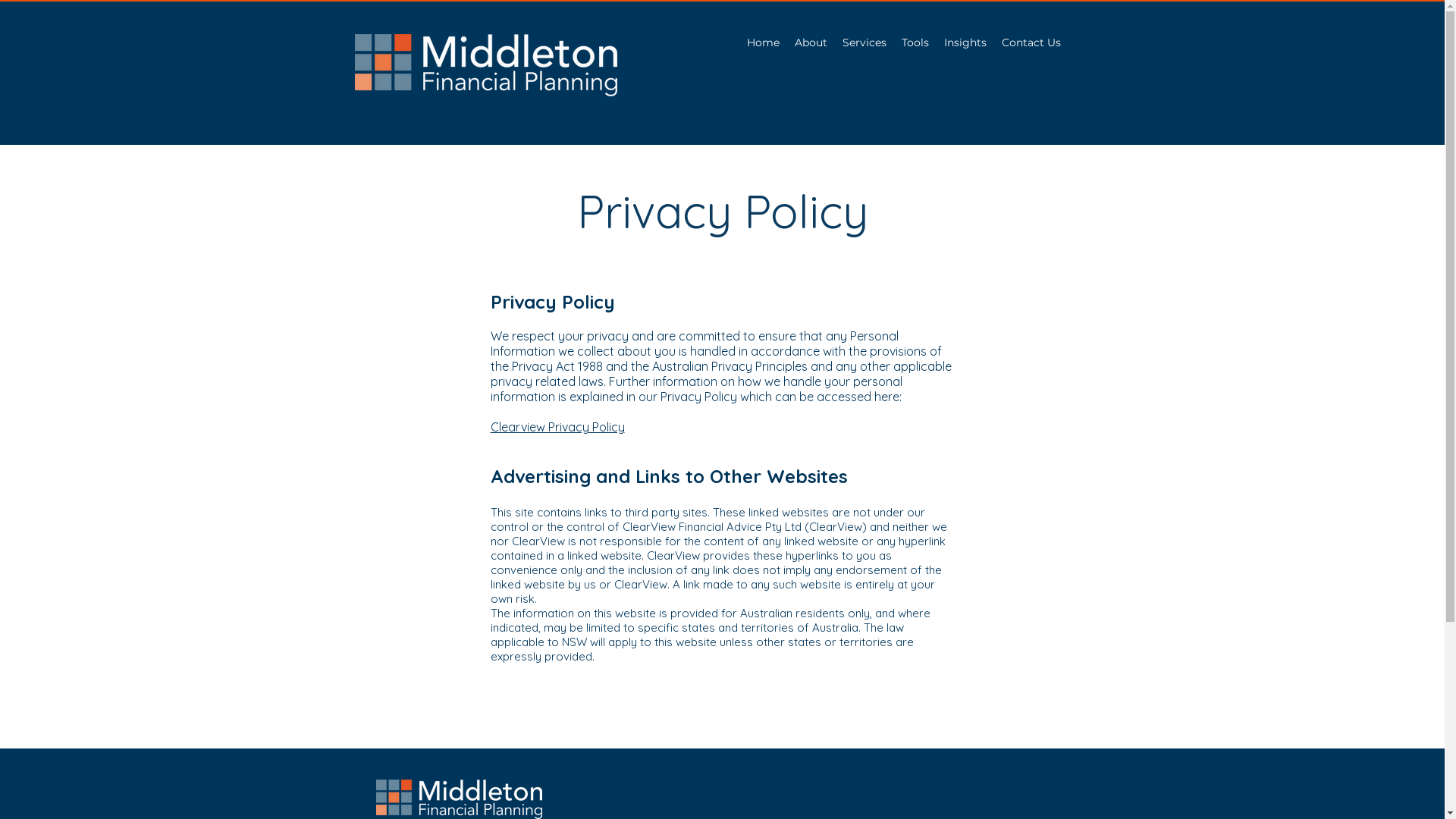 This screenshot has height=819, width=1456. What do you see at coordinates (762, 42) in the screenshot?
I see `'Home'` at bounding box center [762, 42].